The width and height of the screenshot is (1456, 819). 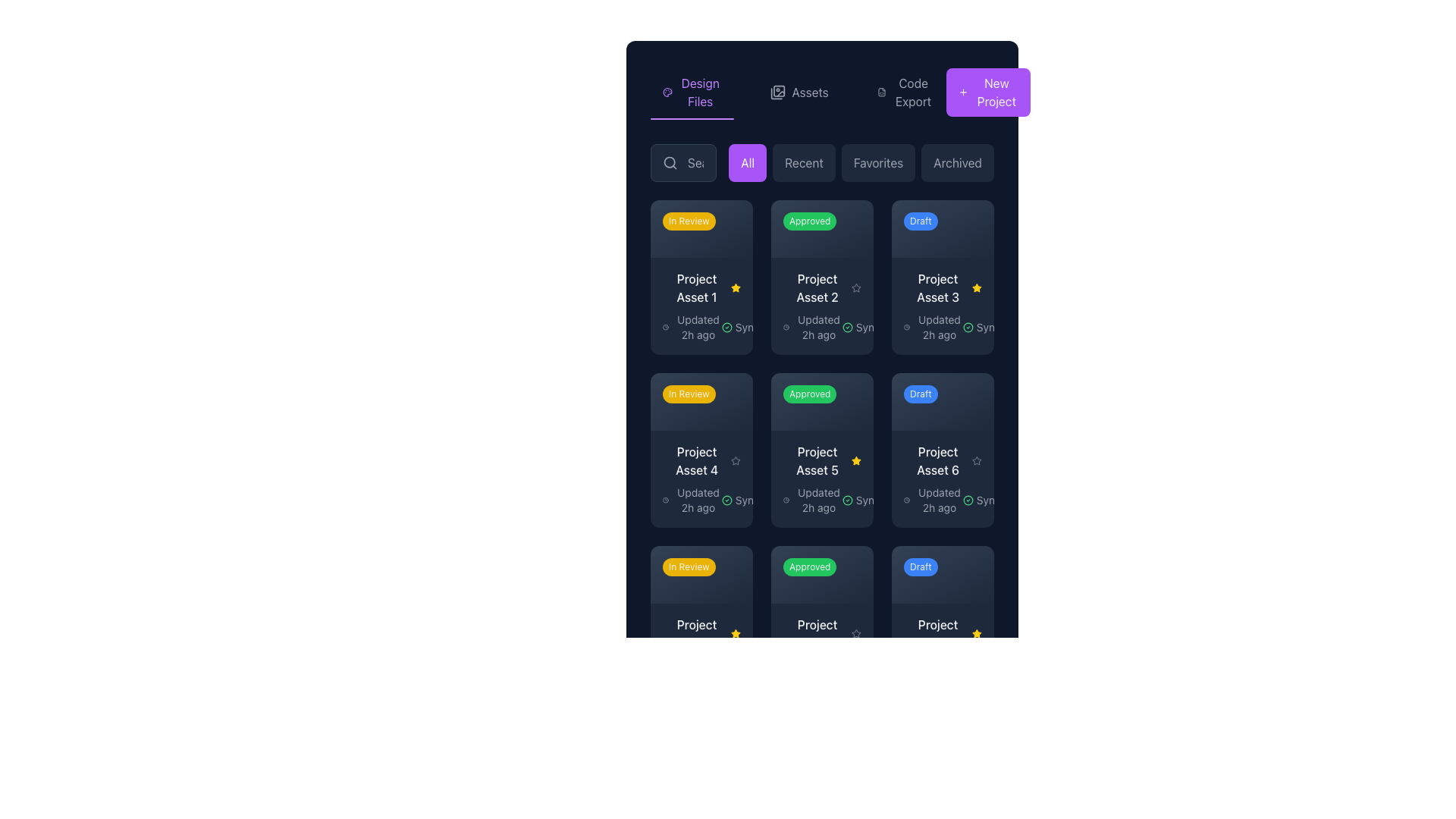 I want to click on green oval badge labeled 'Approved' for additional attributes, located in the top-left area of the 'Project Asset 5' card, so click(x=821, y=574).